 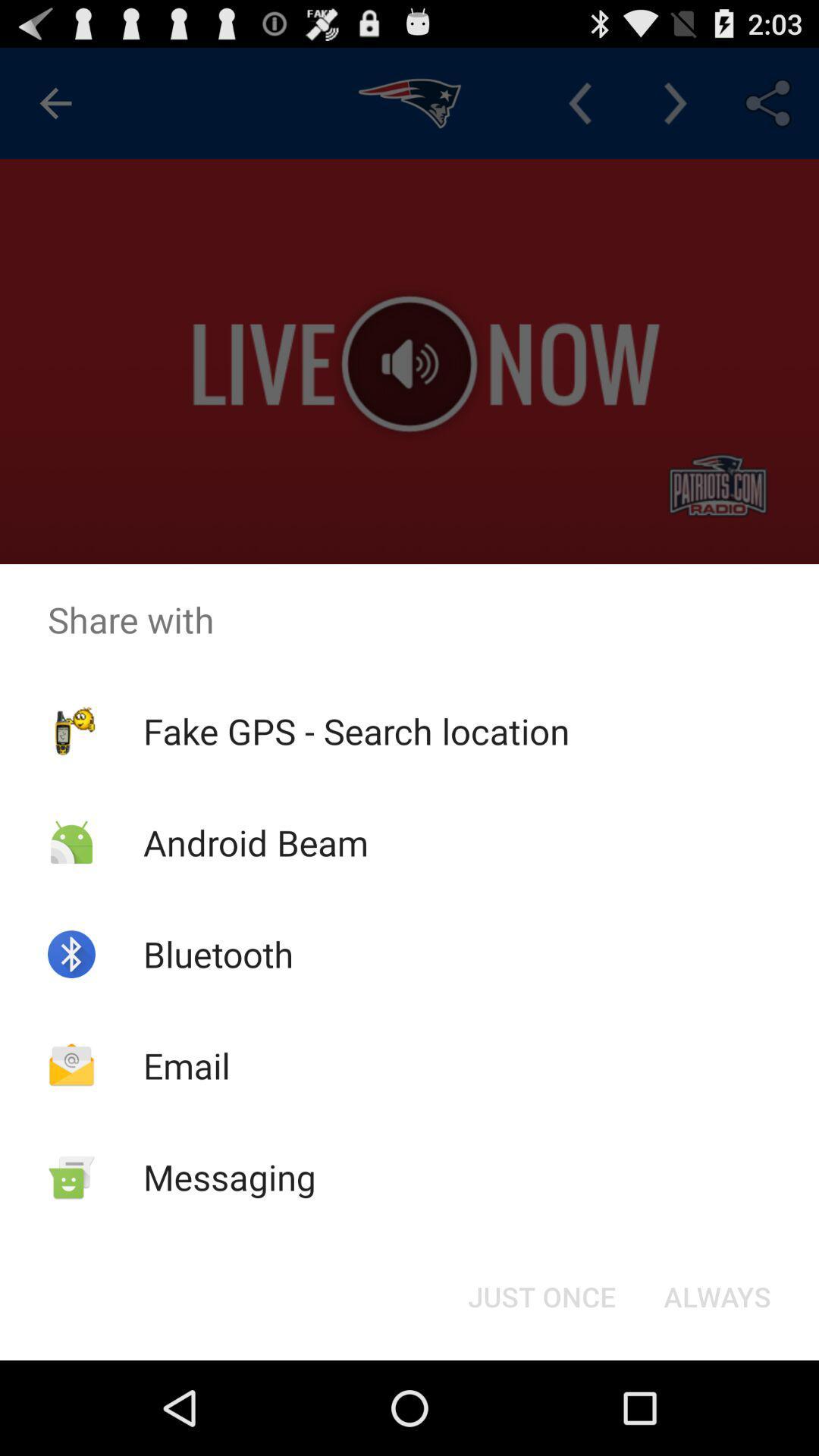 What do you see at coordinates (717, 1295) in the screenshot?
I see `item to the right of the just once item` at bounding box center [717, 1295].